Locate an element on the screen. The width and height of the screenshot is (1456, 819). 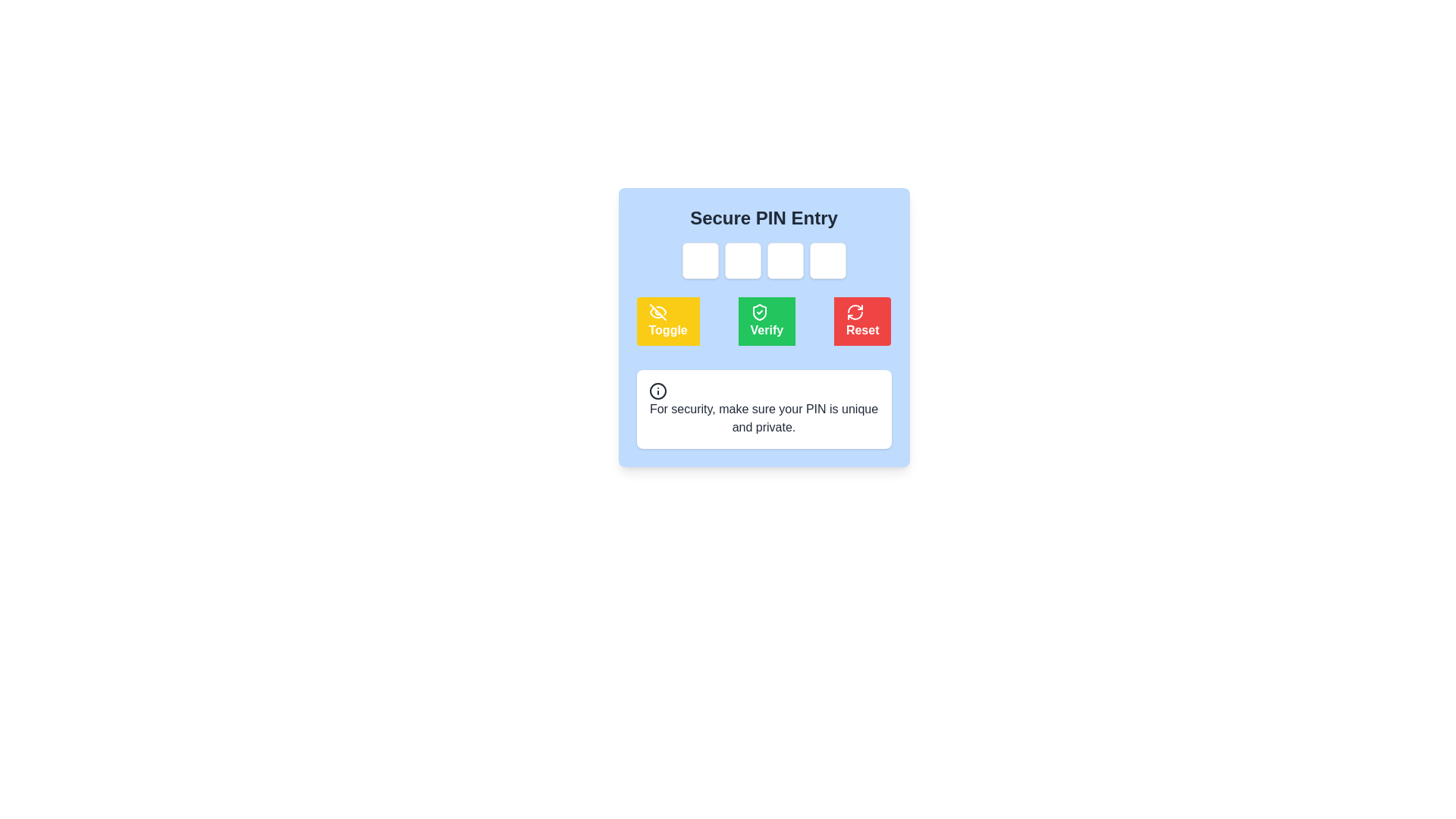
the first password input box used for secure PIN entry to focus on it is located at coordinates (699, 259).